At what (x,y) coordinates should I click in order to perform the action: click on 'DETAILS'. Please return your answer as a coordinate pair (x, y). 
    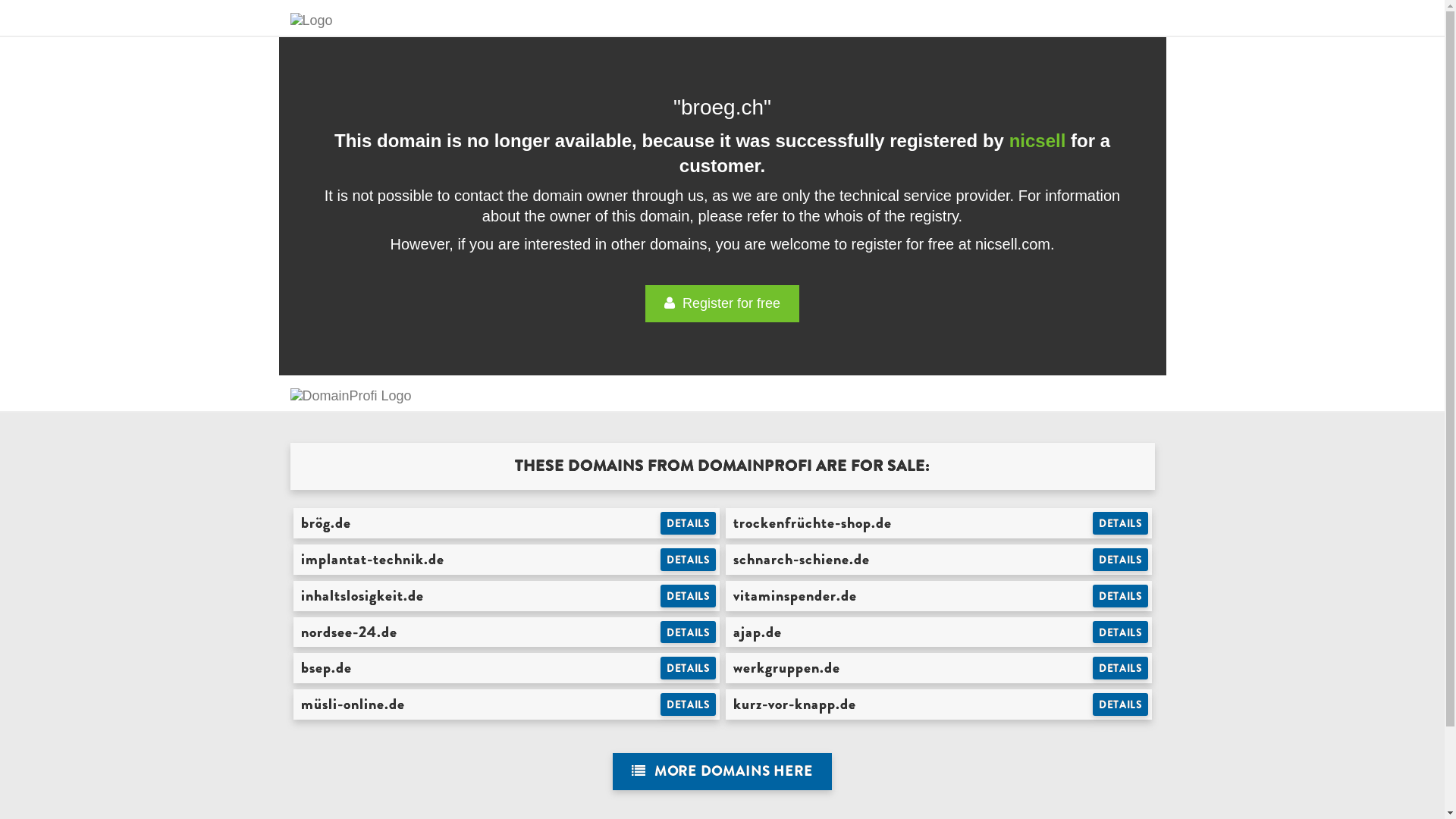
    Looking at the image, I should click on (1120, 559).